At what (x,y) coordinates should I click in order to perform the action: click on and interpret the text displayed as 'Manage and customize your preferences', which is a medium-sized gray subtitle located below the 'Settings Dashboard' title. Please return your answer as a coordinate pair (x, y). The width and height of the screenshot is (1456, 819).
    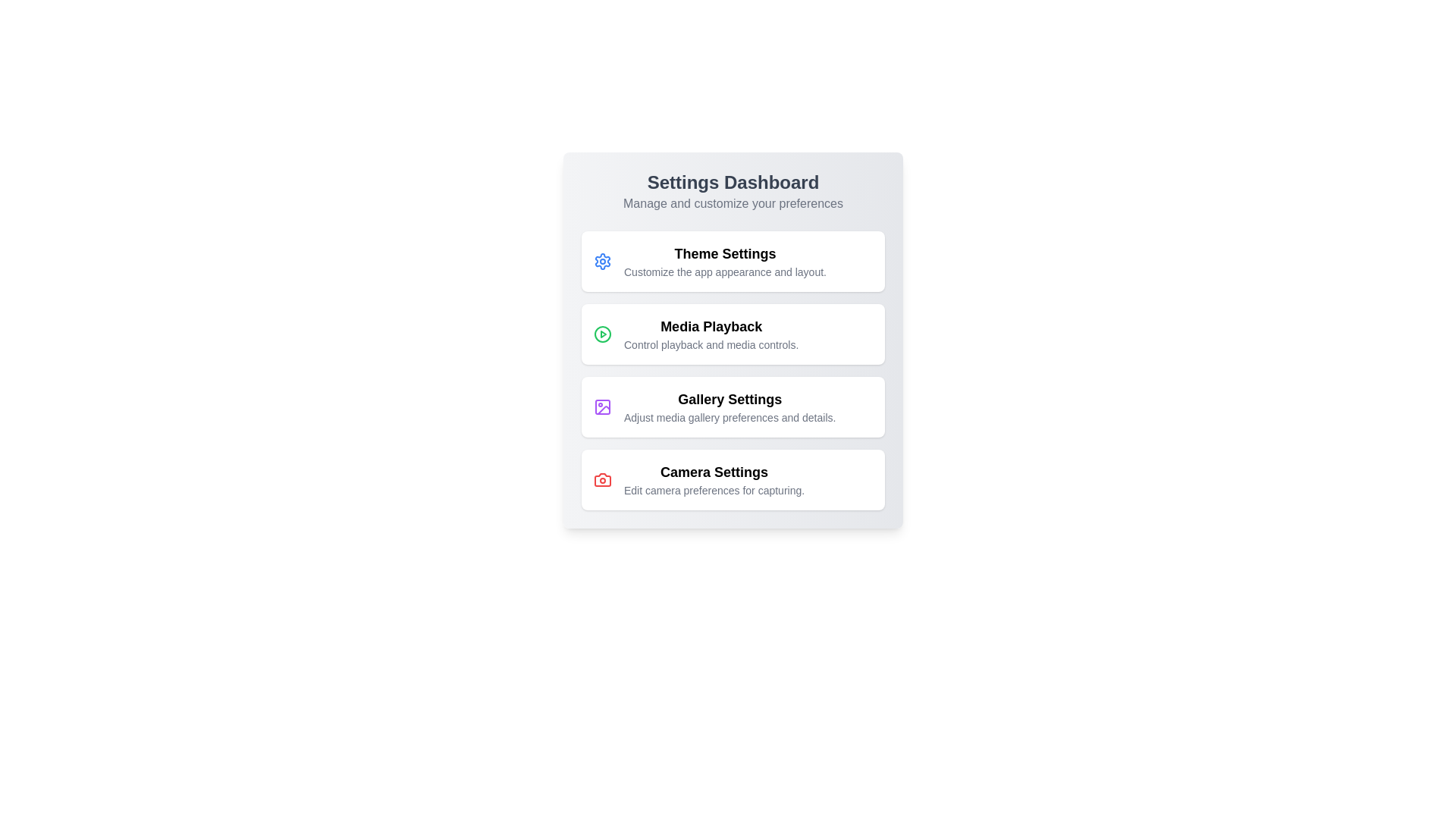
    Looking at the image, I should click on (733, 203).